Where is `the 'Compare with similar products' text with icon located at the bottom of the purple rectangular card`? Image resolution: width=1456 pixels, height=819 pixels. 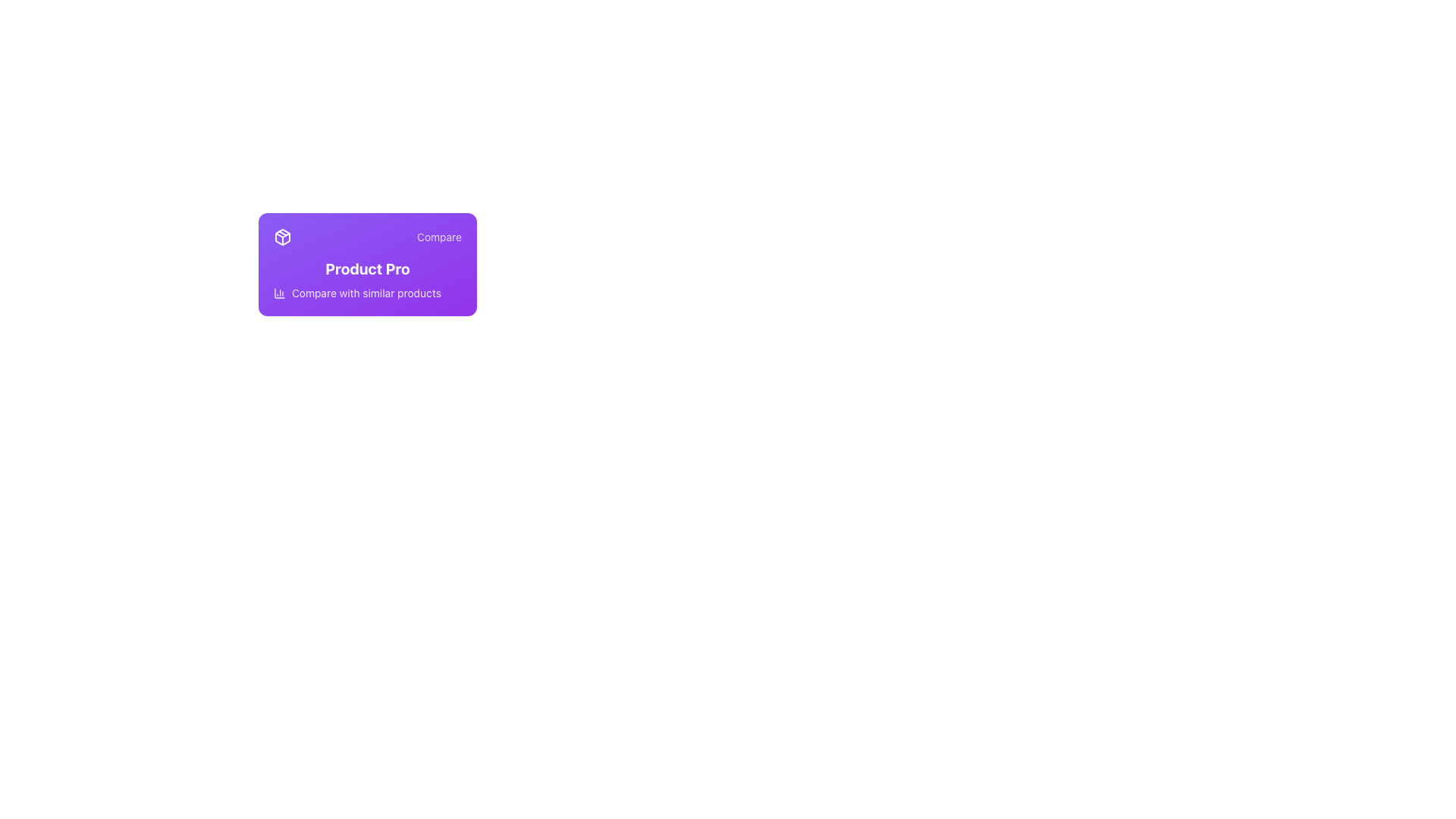 the 'Compare with similar products' text with icon located at the bottom of the purple rectangular card is located at coordinates (367, 293).